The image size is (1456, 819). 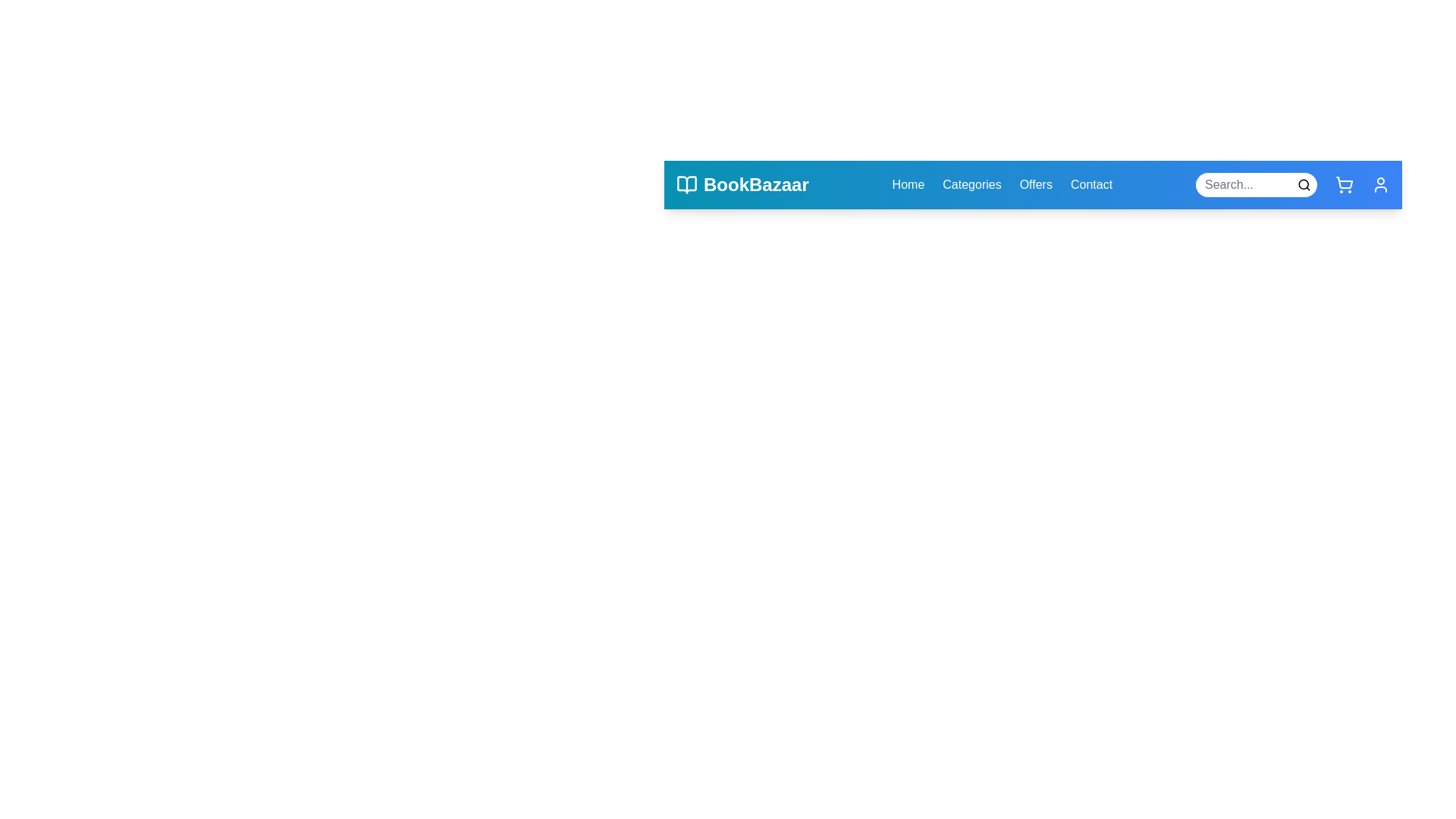 What do you see at coordinates (1256, 184) in the screenshot?
I see `the search bar to focus on it` at bounding box center [1256, 184].